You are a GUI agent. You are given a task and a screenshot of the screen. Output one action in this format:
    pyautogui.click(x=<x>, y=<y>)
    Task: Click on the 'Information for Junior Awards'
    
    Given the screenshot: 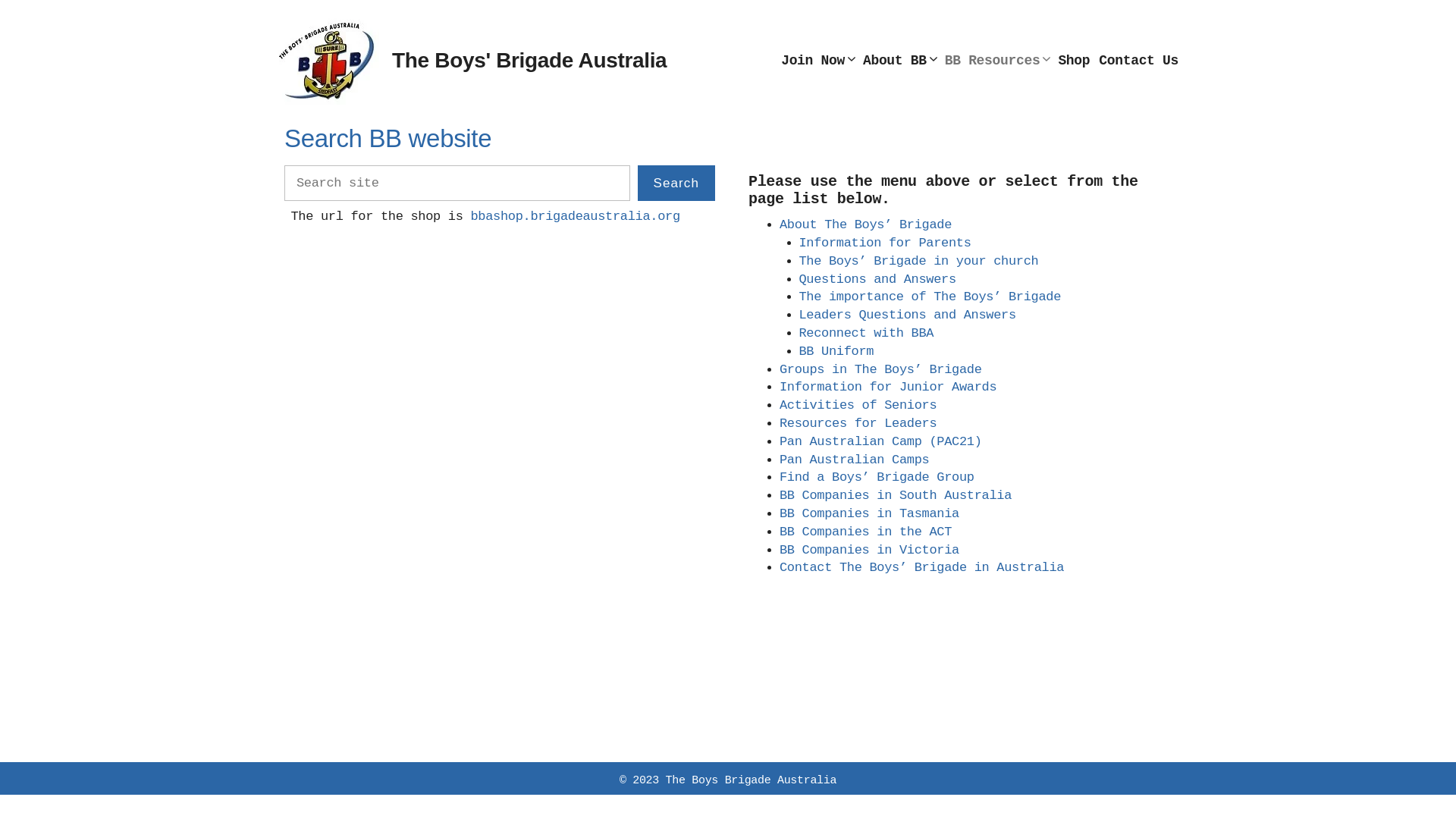 What is the action you would take?
    pyautogui.click(x=888, y=386)
    